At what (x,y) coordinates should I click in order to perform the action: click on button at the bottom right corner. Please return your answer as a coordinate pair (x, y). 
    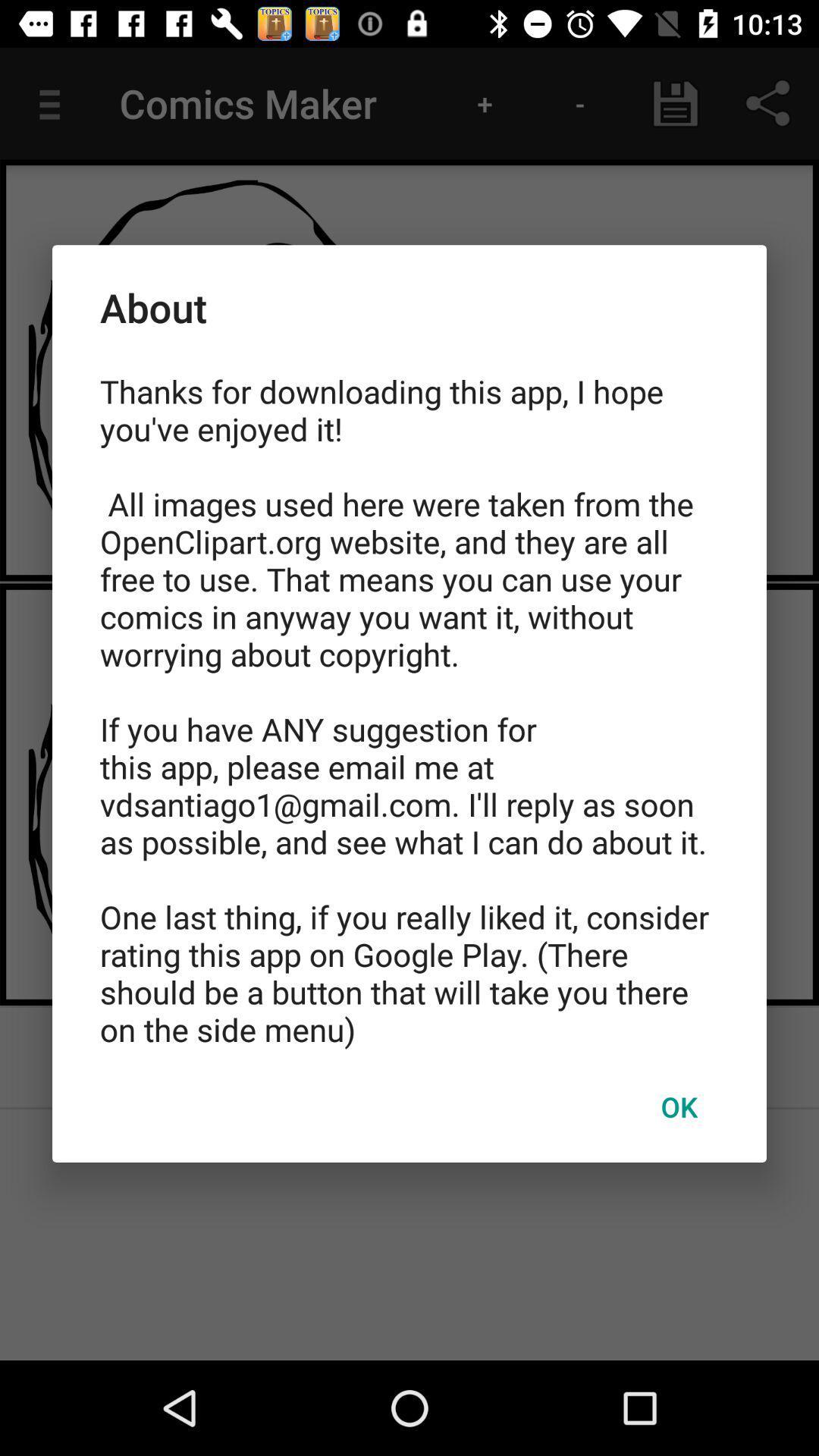
    Looking at the image, I should click on (678, 1106).